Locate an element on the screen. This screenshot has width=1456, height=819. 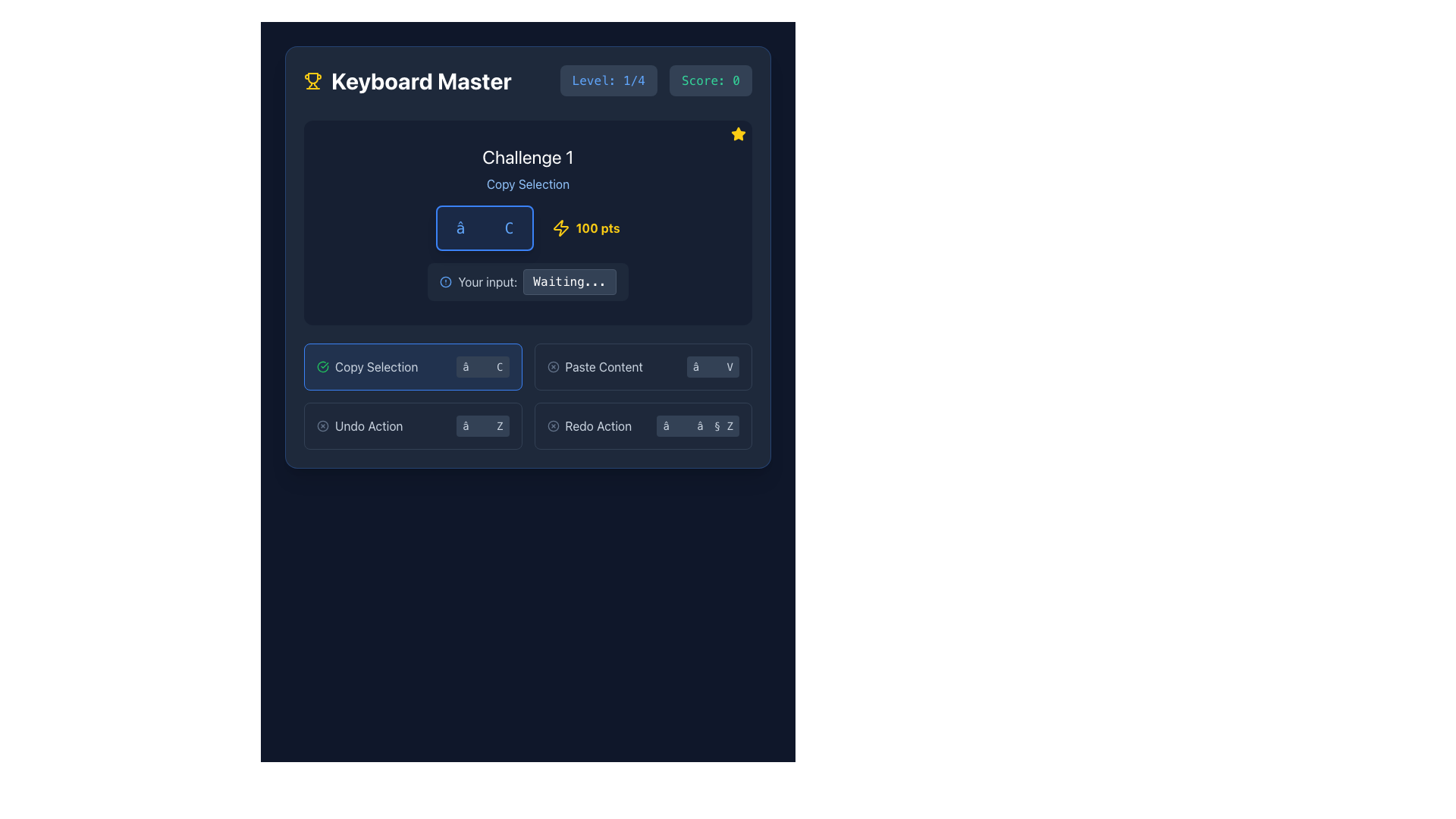
the yellow trophy icon located prominently in the top-left corner of the user interface, adjacent to the title 'Keyboard Master' is located at coordinates (312, 78).